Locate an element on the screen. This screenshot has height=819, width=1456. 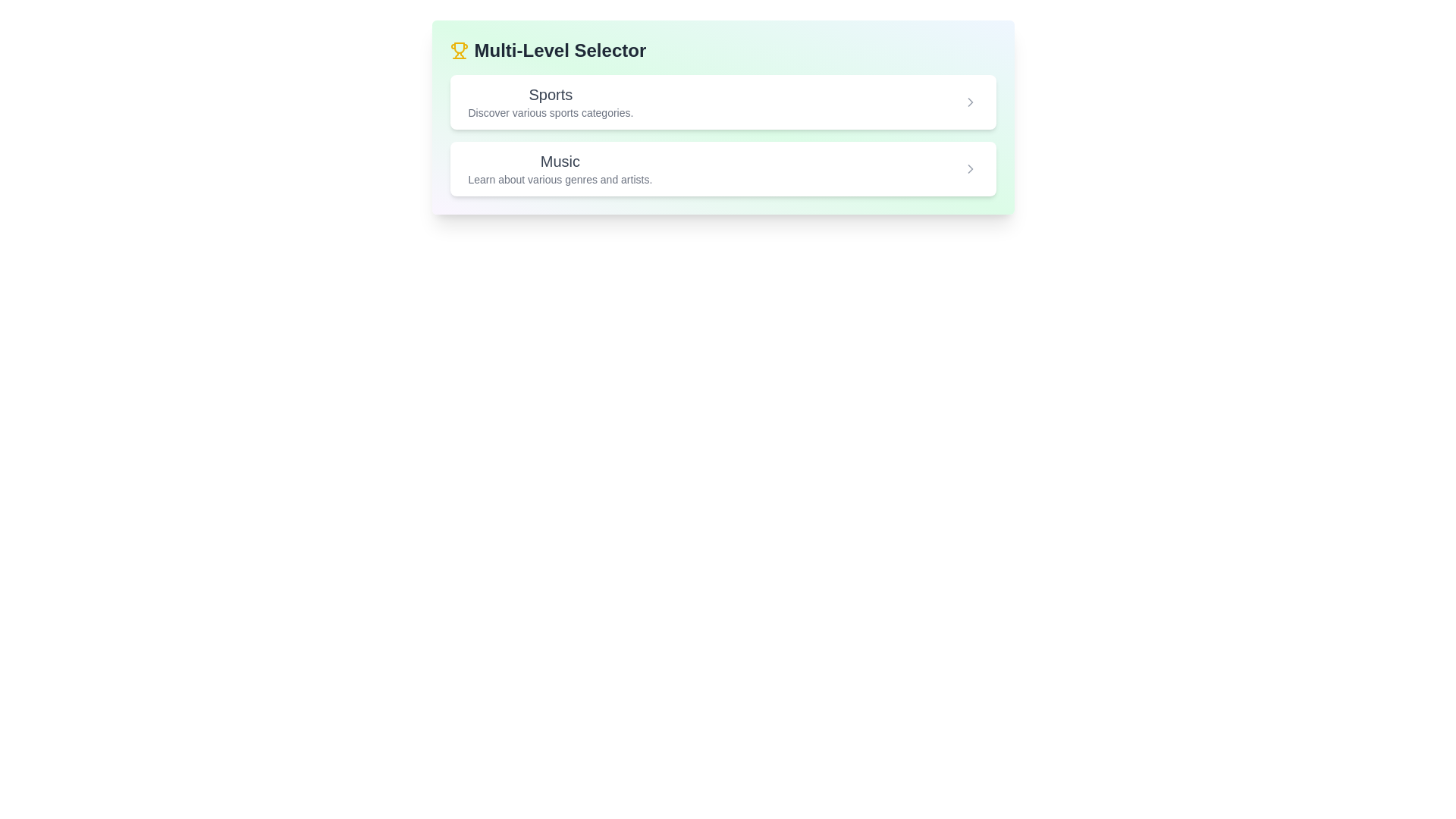
the navigation icon located to the right of the text 'Discover various sports categories.' within the 'Sports' section is located at coordinates (969, 102).